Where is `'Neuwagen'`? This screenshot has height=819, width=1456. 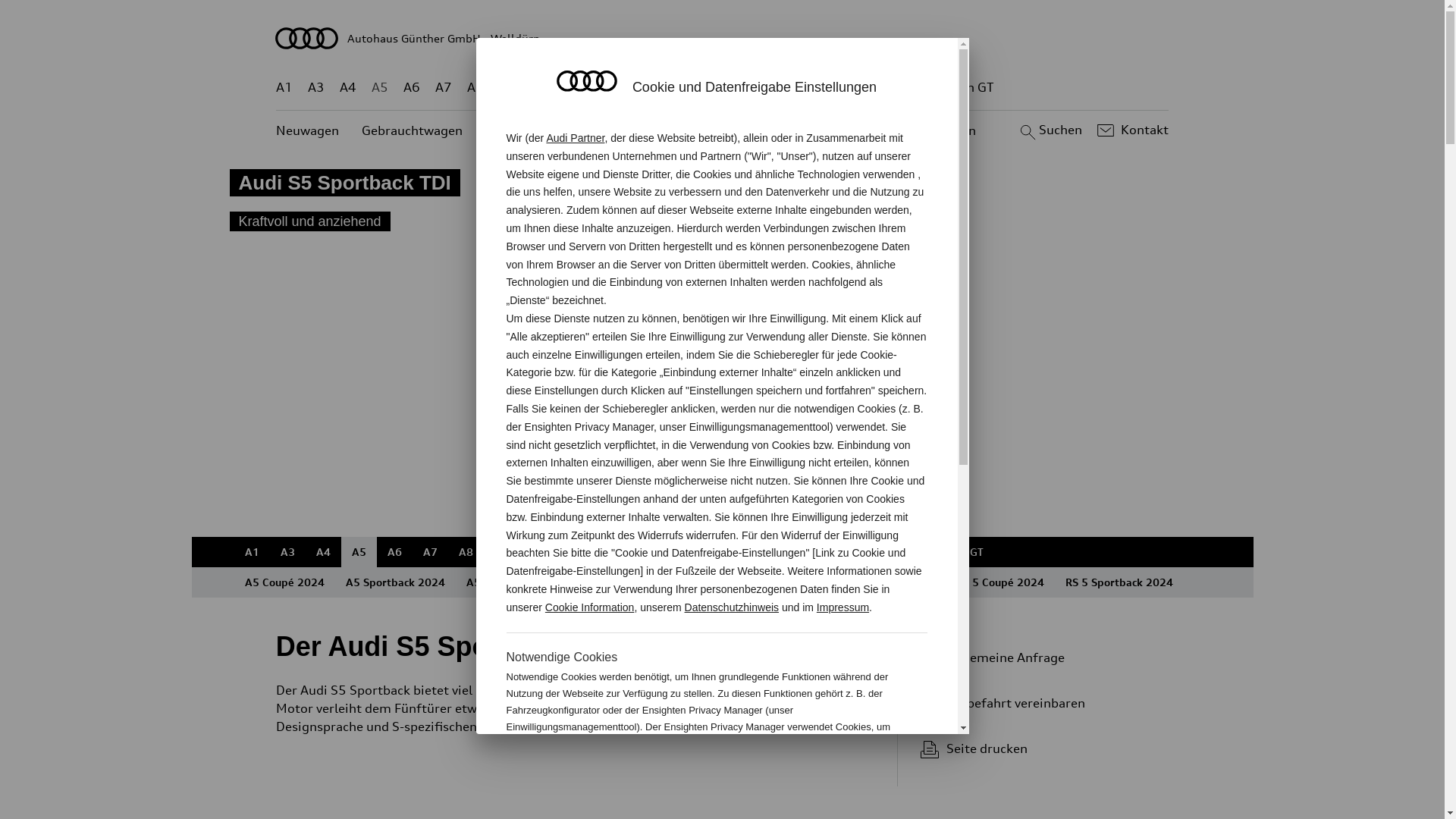 'Neuwagen' is located at coordinates (306, 130).